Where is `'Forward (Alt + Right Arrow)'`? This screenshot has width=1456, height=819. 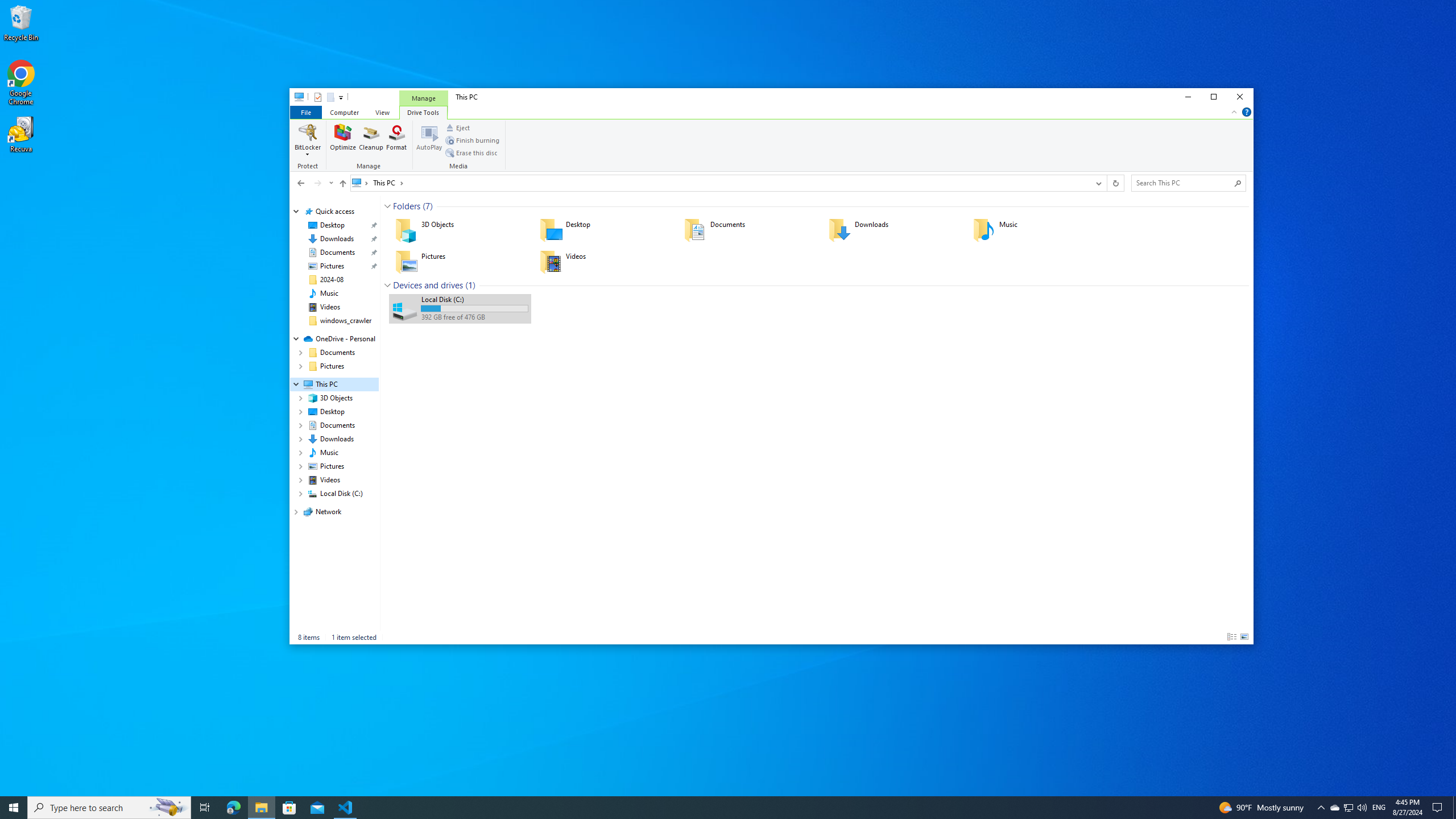 'Forward (Alt + Right Arrow)' is located at coordinates (317, 183).